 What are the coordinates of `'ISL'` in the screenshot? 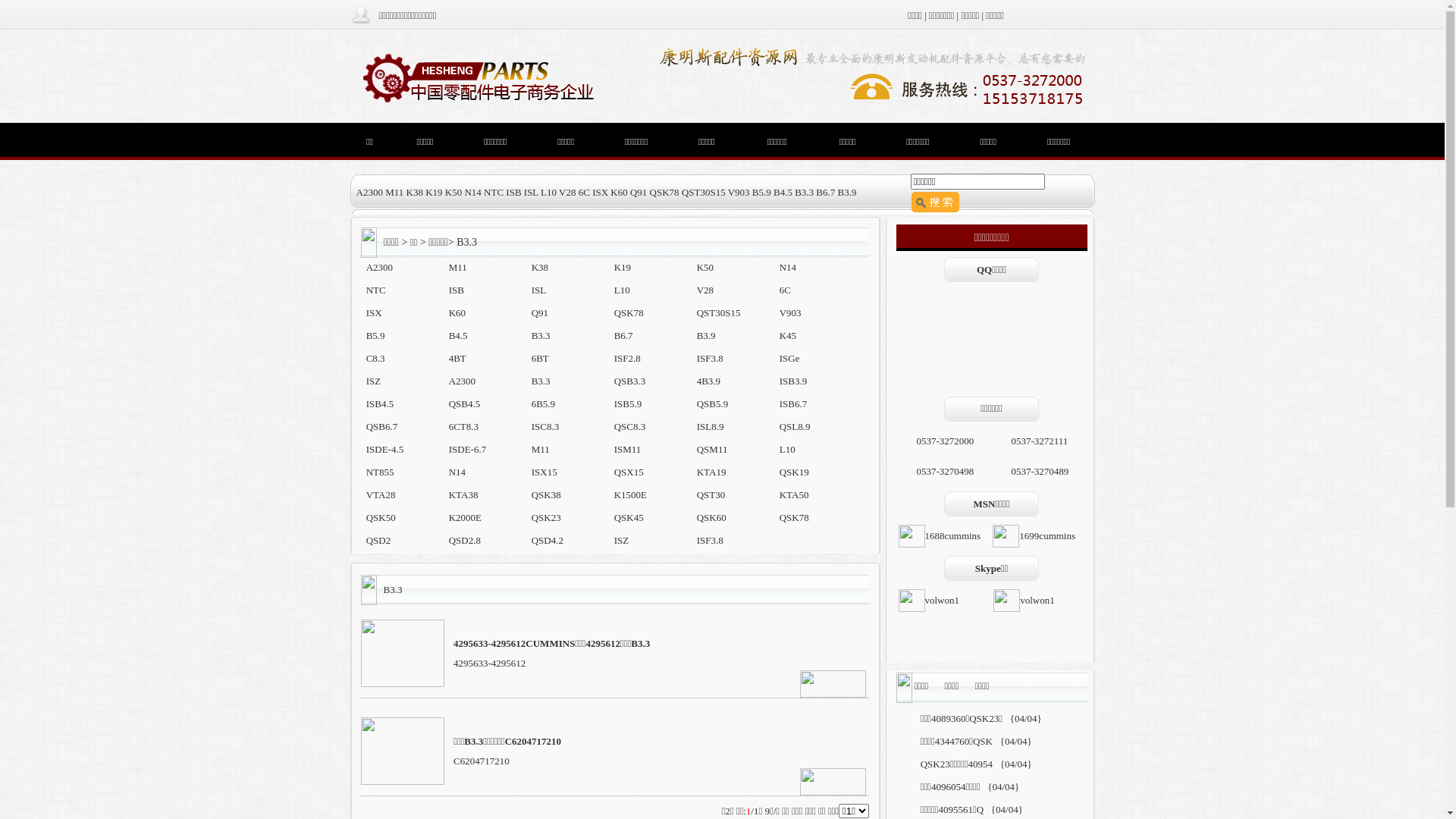 It's located at (538, 290).